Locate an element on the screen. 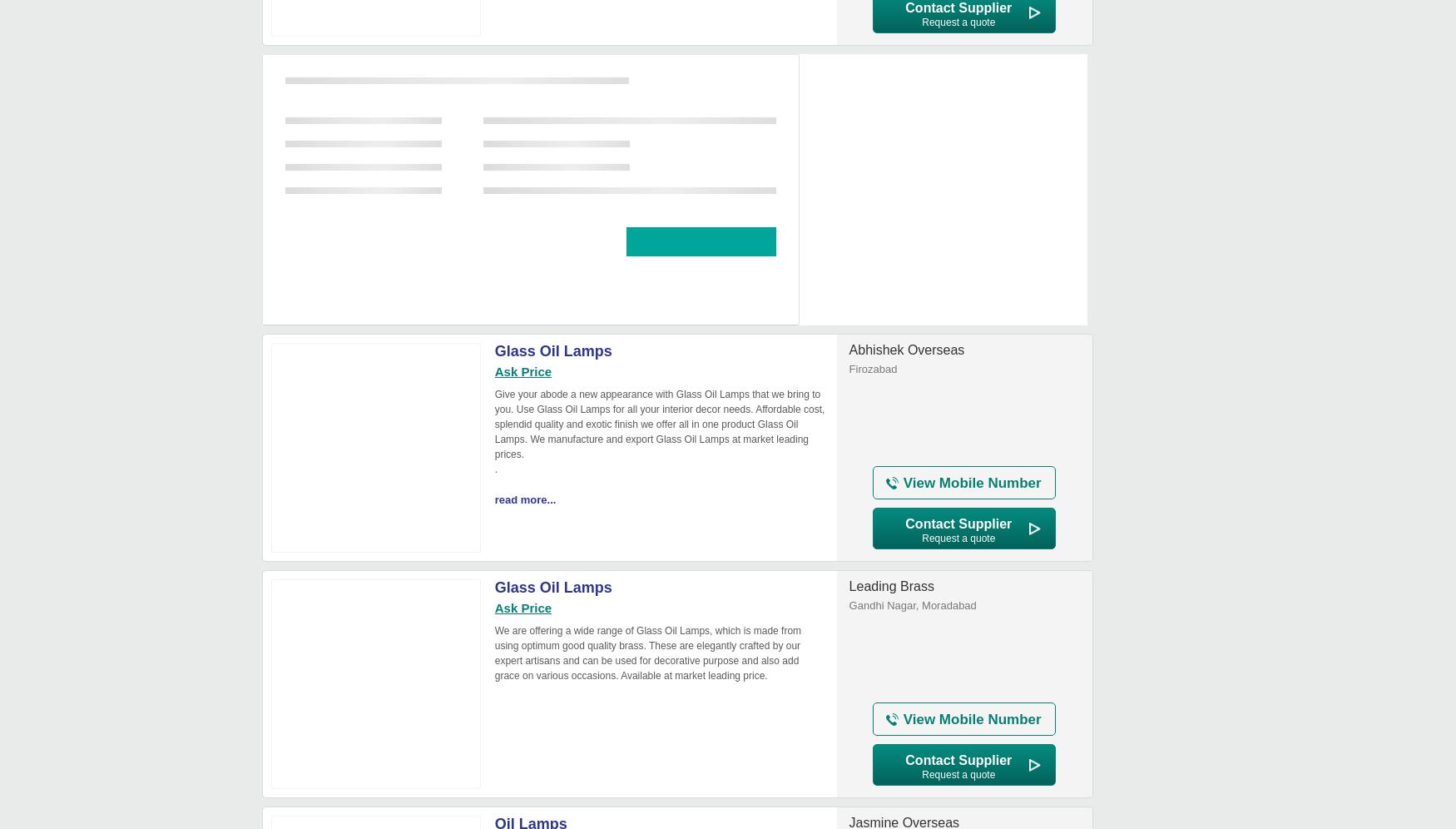 This screenshot has width=1456, height=829. 'Gandhi Nagar, Moradabad' is located at coordinates (848, 604).